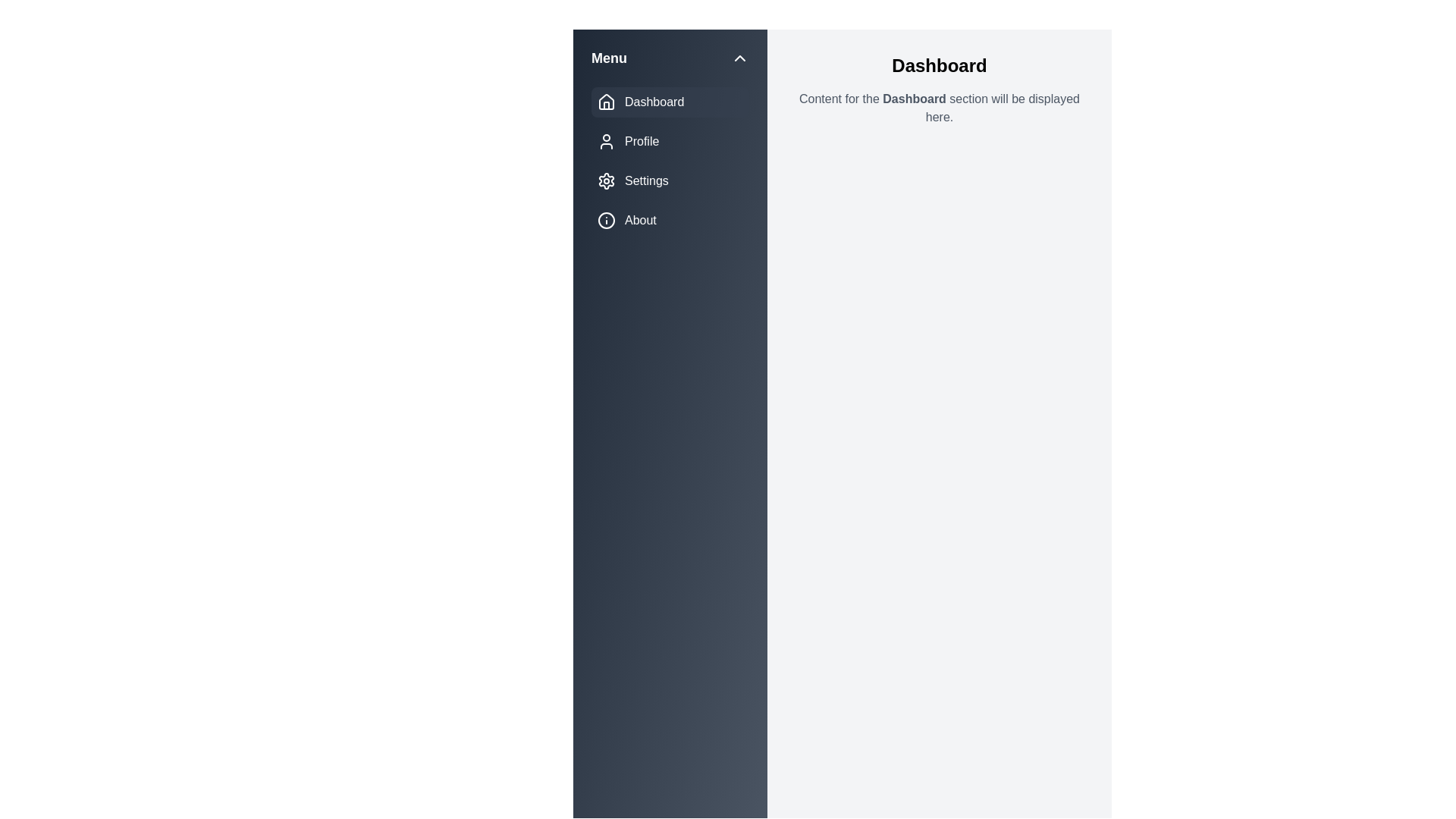 Image resolution: width=1456 pixels, height=819 pixels. What do you see at coordinates (607, 180) in the screenshot?
I see `the circular gear-like icon representing settings, located in the main navigation sidebar next to the 'Settings' label` at bounding box center [607, 180].